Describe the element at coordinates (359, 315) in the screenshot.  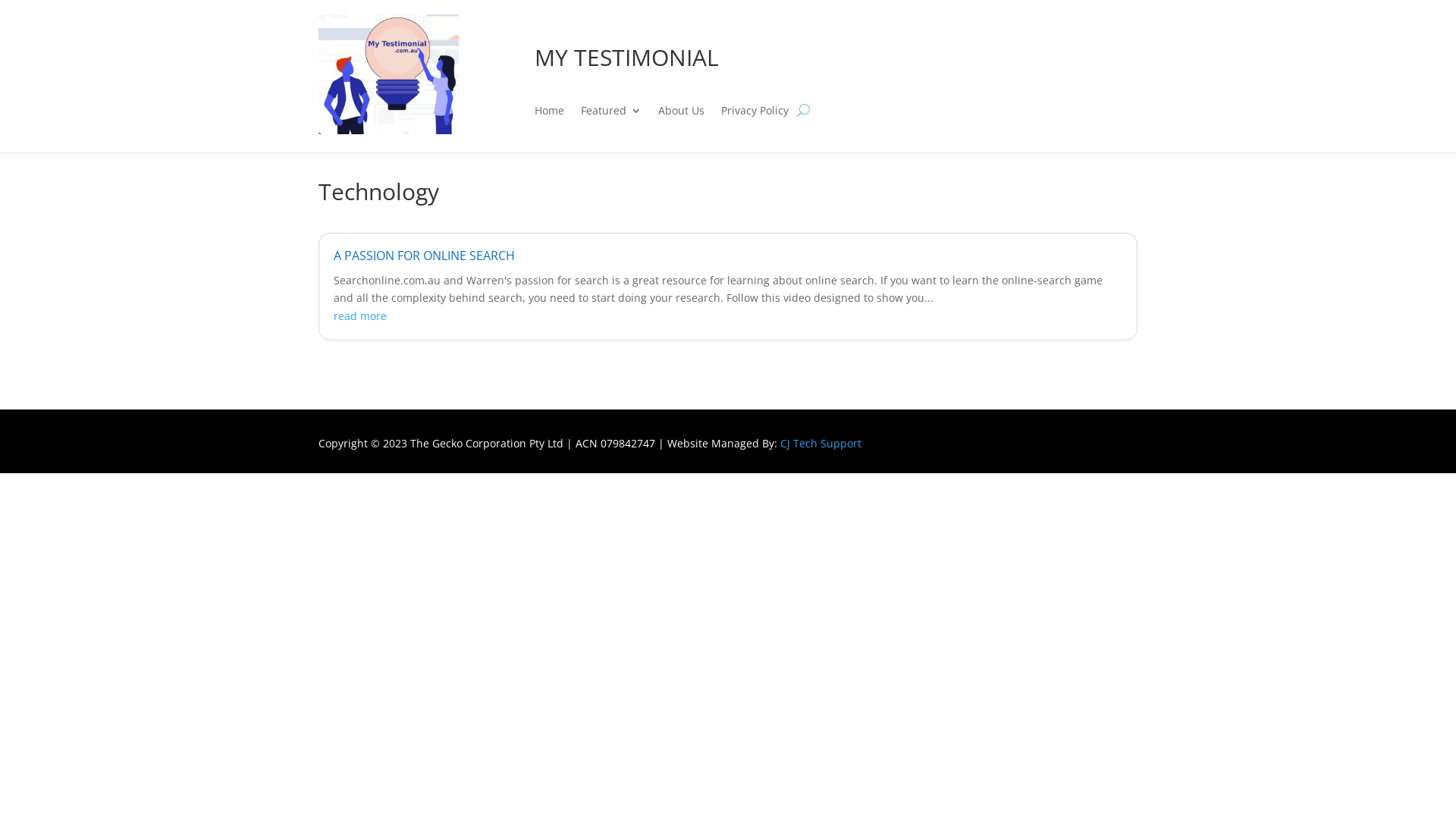
I see `'read more'` at that location.